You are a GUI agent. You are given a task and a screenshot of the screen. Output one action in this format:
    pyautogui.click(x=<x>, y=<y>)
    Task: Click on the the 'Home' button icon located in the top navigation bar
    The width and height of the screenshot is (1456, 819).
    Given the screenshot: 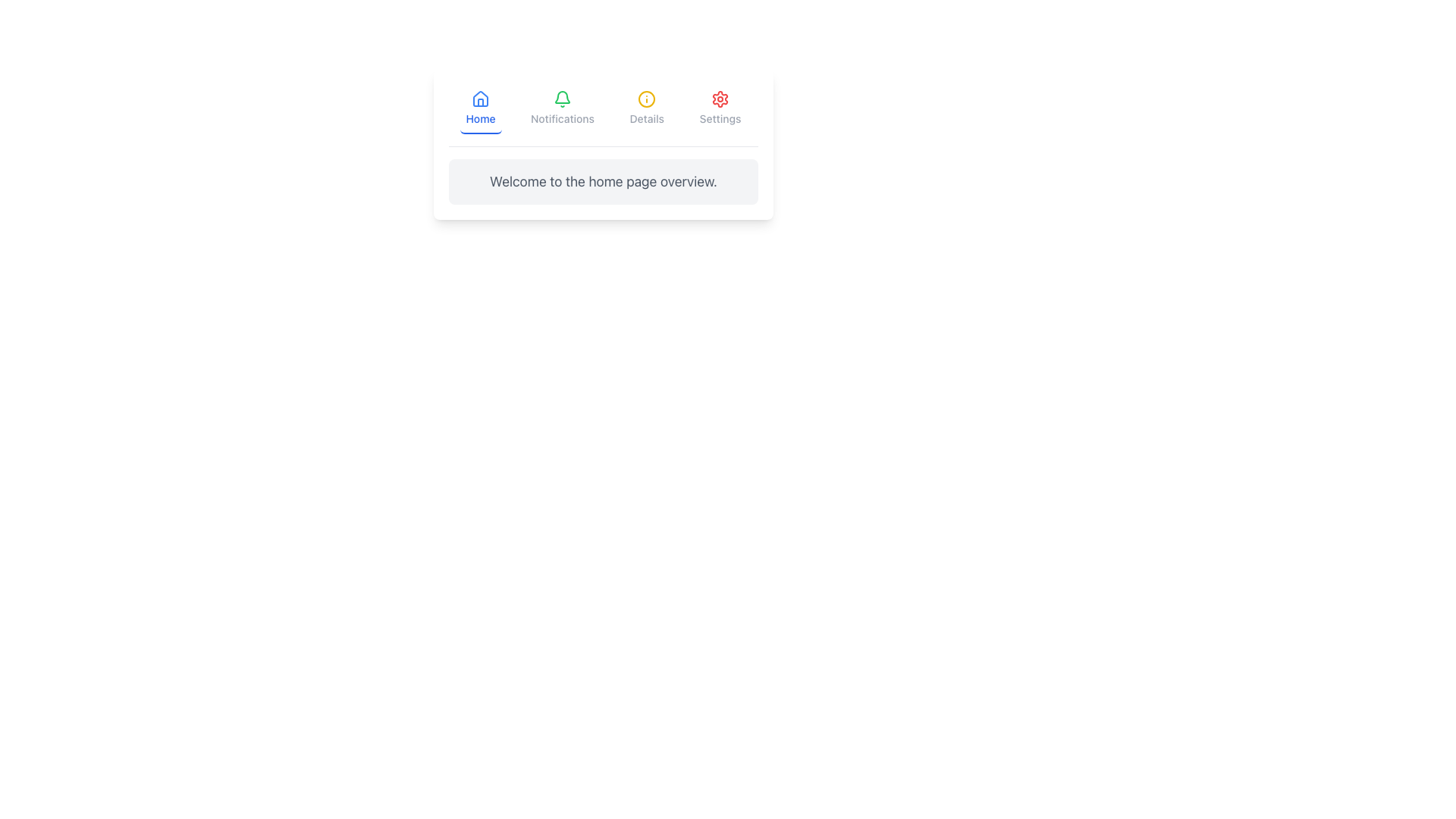 What is the action you would take?
    pyautogui.click(x=479, y=99)
    